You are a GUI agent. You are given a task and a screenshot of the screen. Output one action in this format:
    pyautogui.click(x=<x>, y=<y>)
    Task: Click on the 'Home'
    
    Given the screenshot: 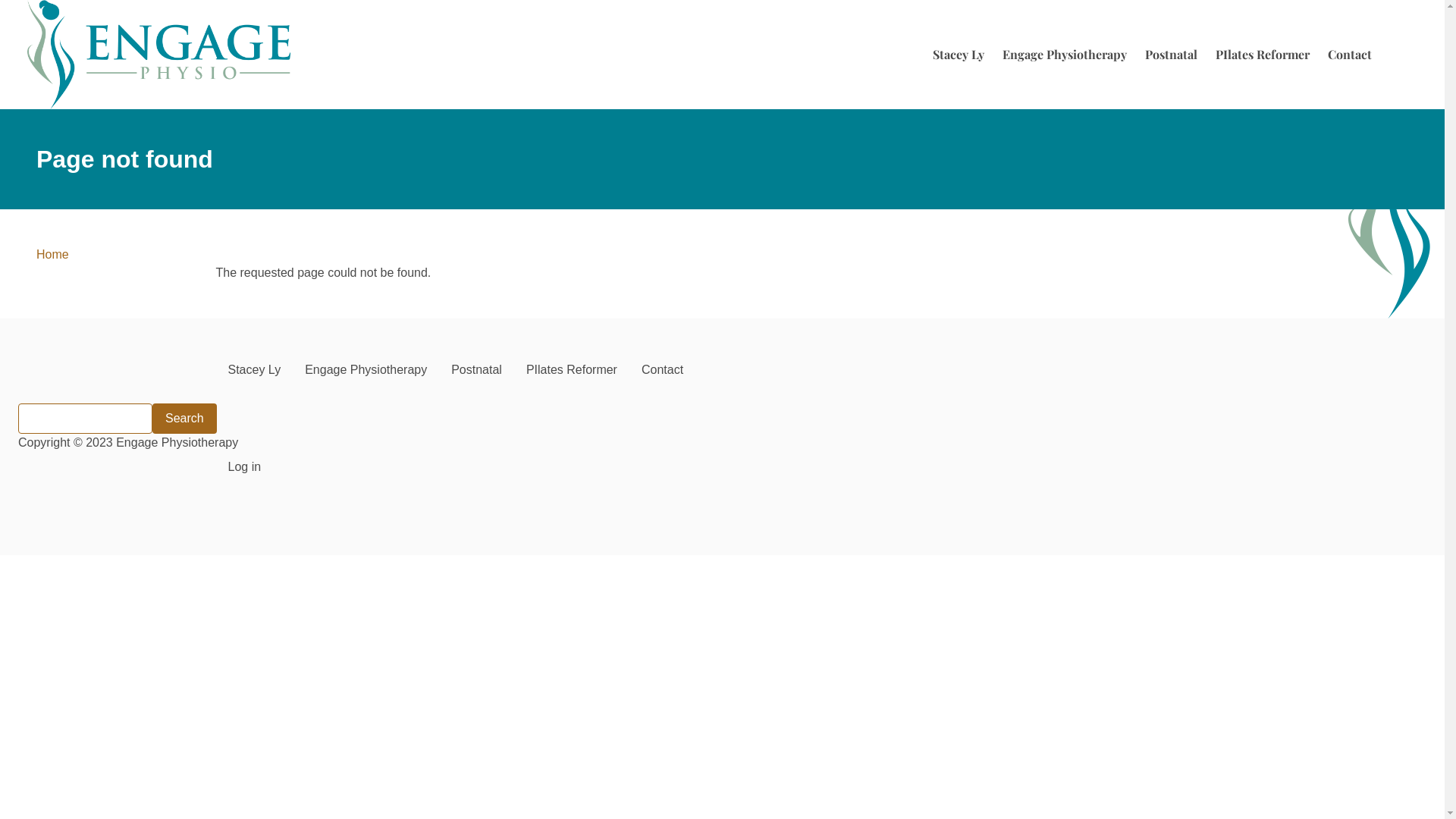 What is the action you would take?
    pyautogui.click(x=36, y=253)
    